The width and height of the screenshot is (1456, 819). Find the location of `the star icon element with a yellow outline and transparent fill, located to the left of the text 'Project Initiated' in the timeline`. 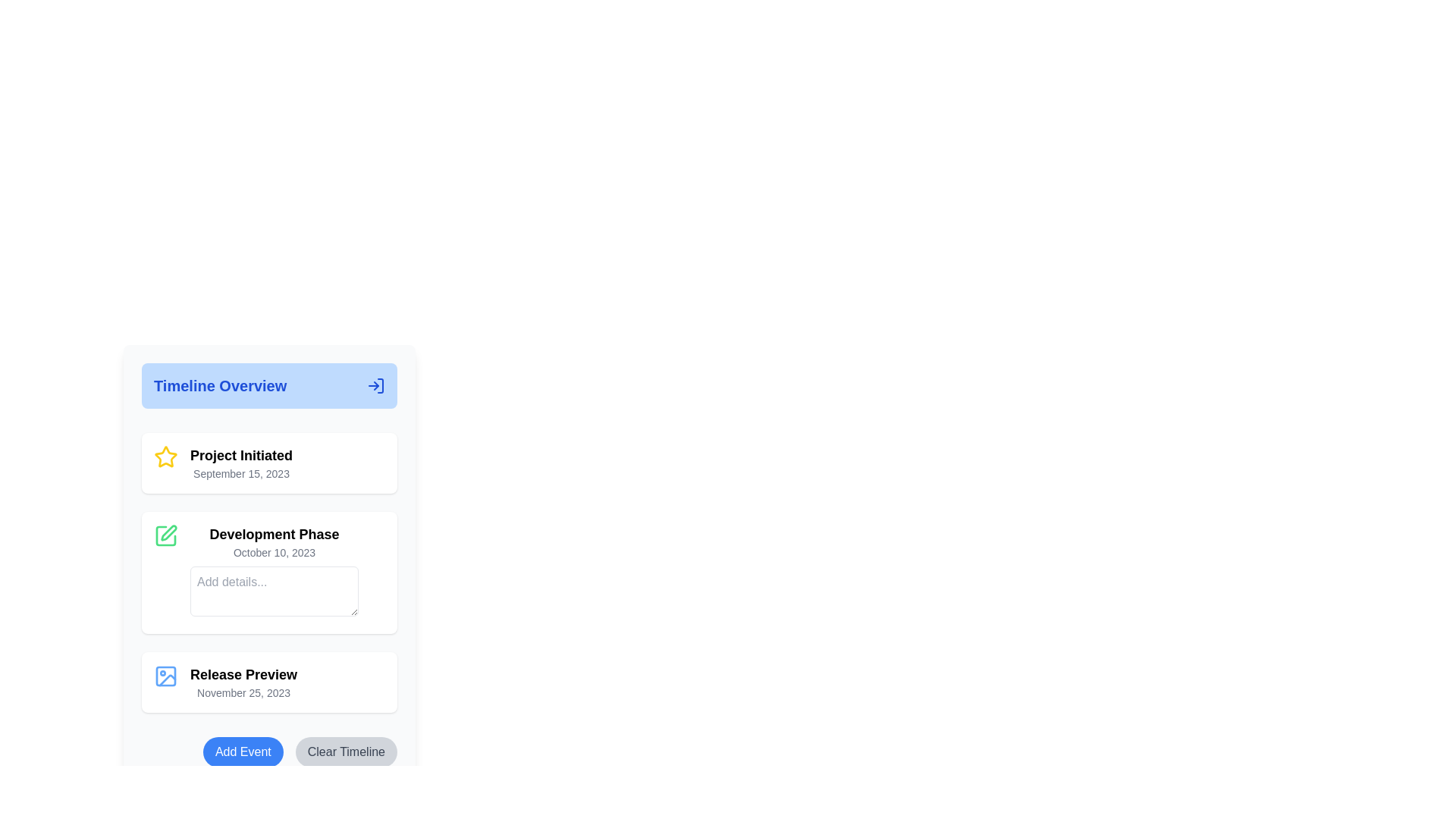

the star icon element with a yellow outline and transparent fill, located to the left of the text 'Project Initiated' in the timeline is located at coordinates (166, 456).